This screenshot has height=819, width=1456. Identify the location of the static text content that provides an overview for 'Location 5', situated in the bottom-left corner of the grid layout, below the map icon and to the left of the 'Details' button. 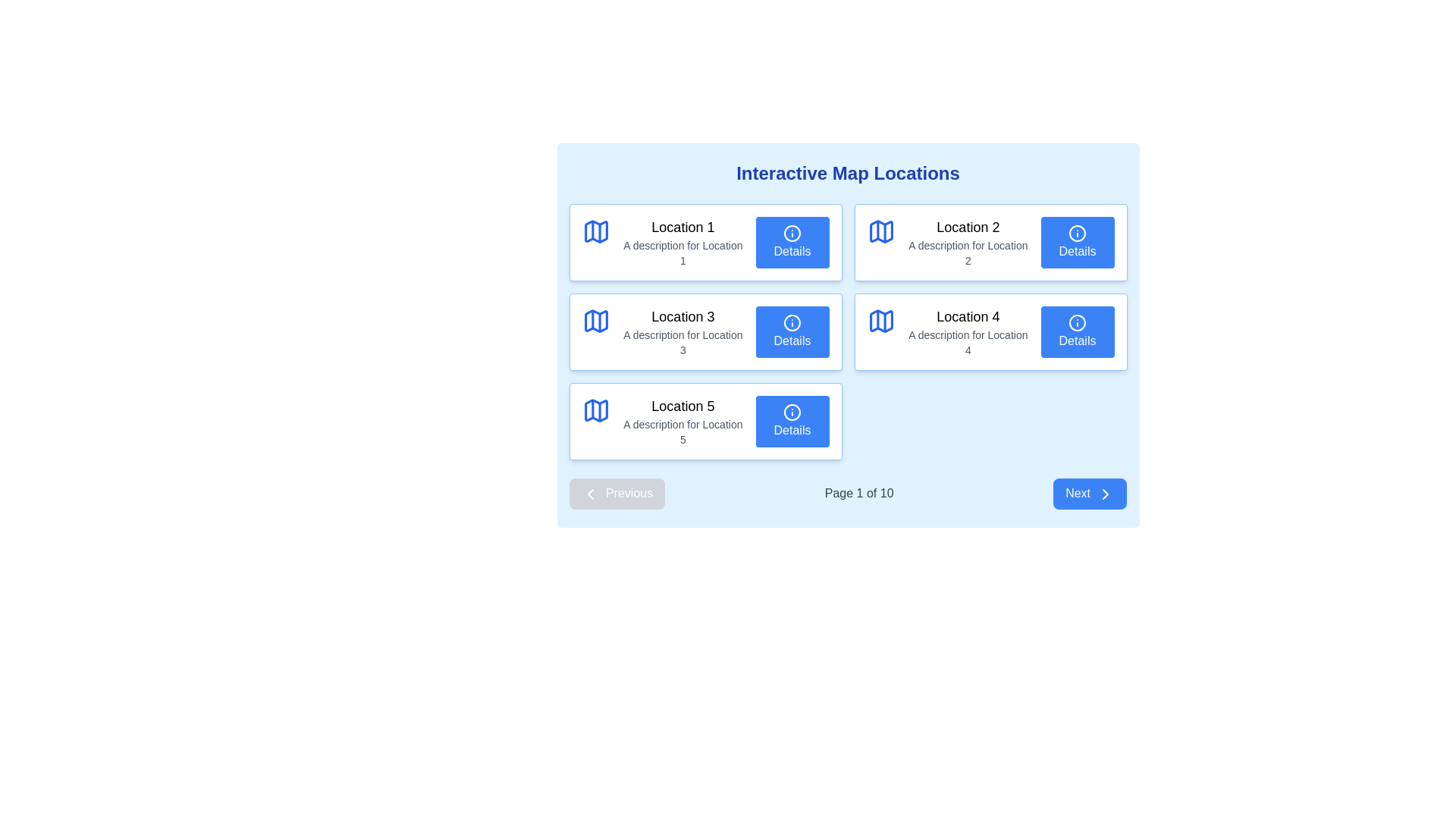
(682, 421).